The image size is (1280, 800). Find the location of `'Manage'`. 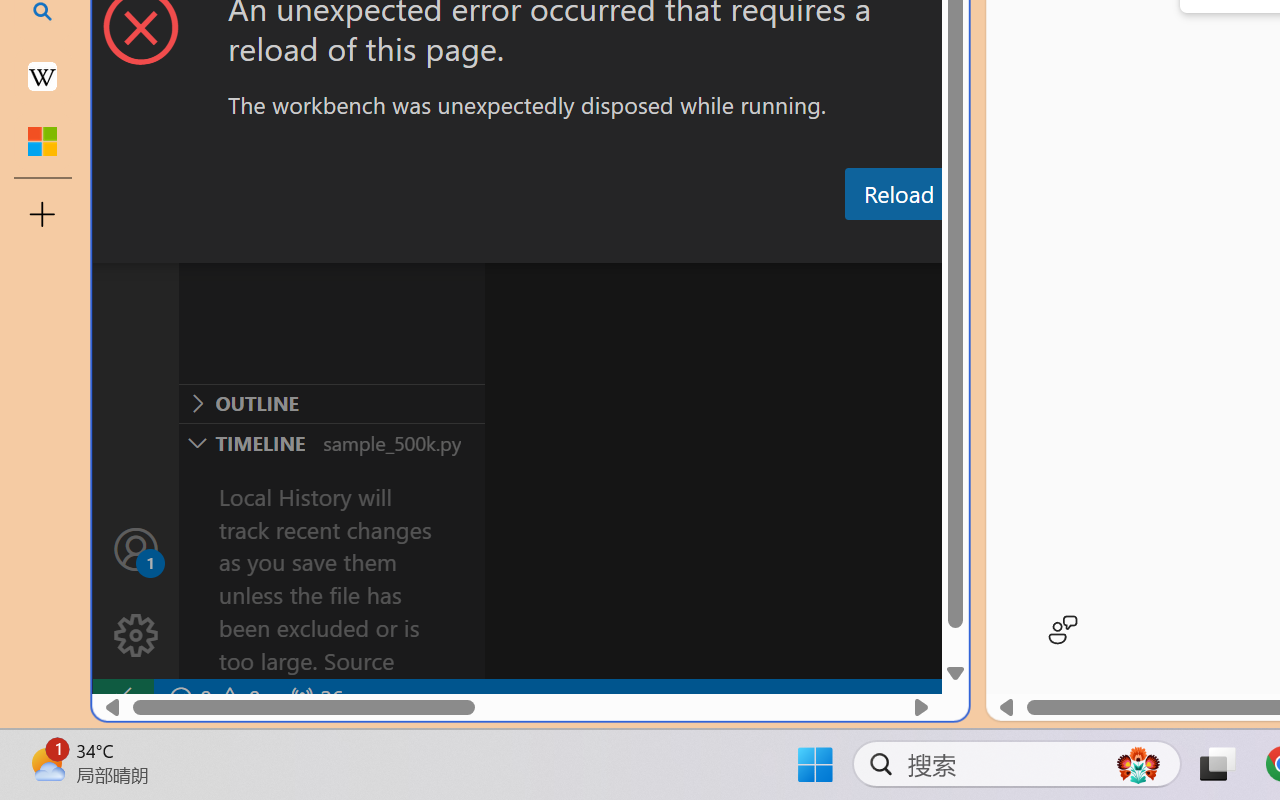

'Manage' is located at coordinates (134, 634).